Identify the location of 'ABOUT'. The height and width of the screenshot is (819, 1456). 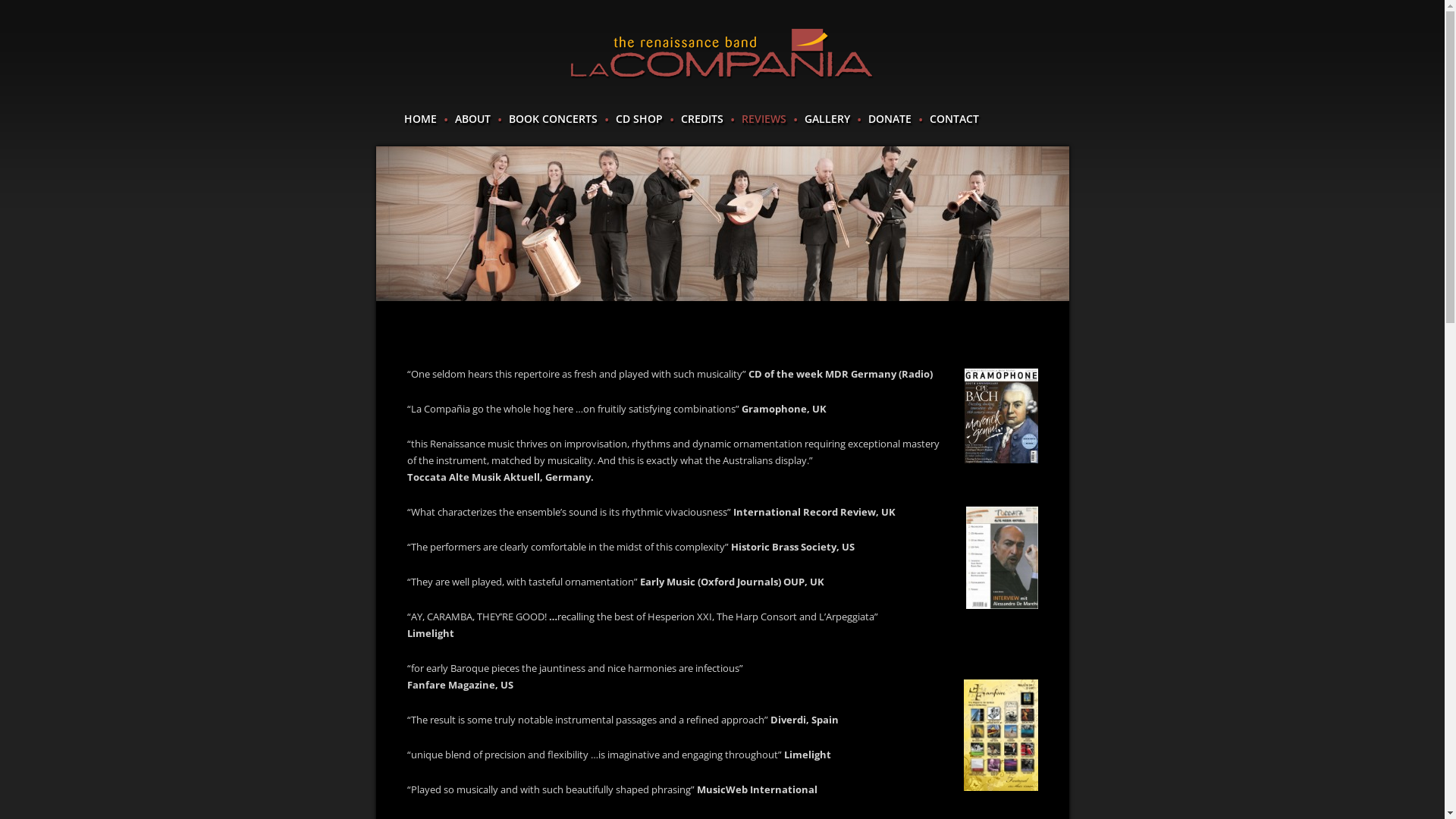
(472, 118).